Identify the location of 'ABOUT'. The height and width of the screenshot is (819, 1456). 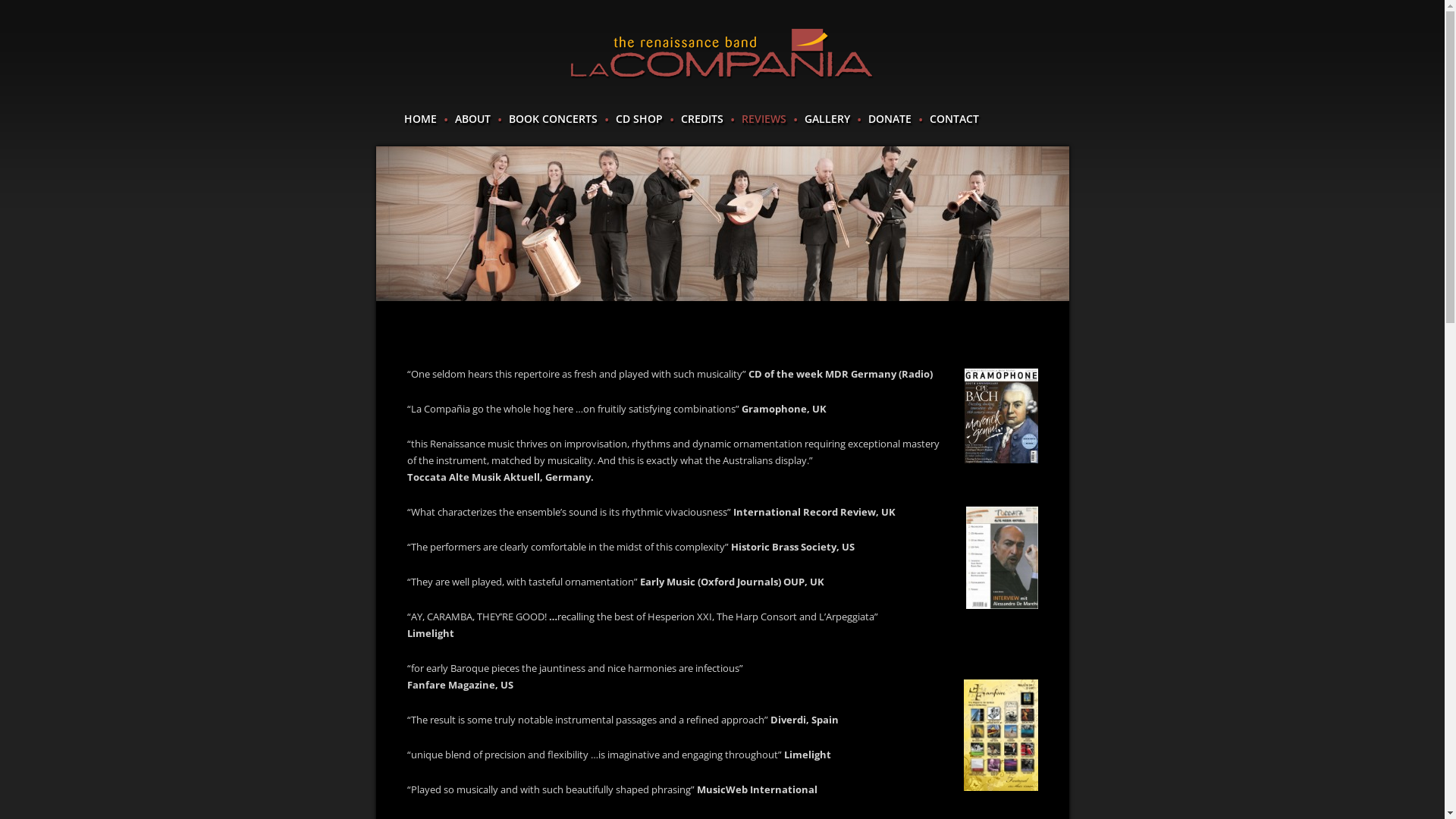
(472, 118).